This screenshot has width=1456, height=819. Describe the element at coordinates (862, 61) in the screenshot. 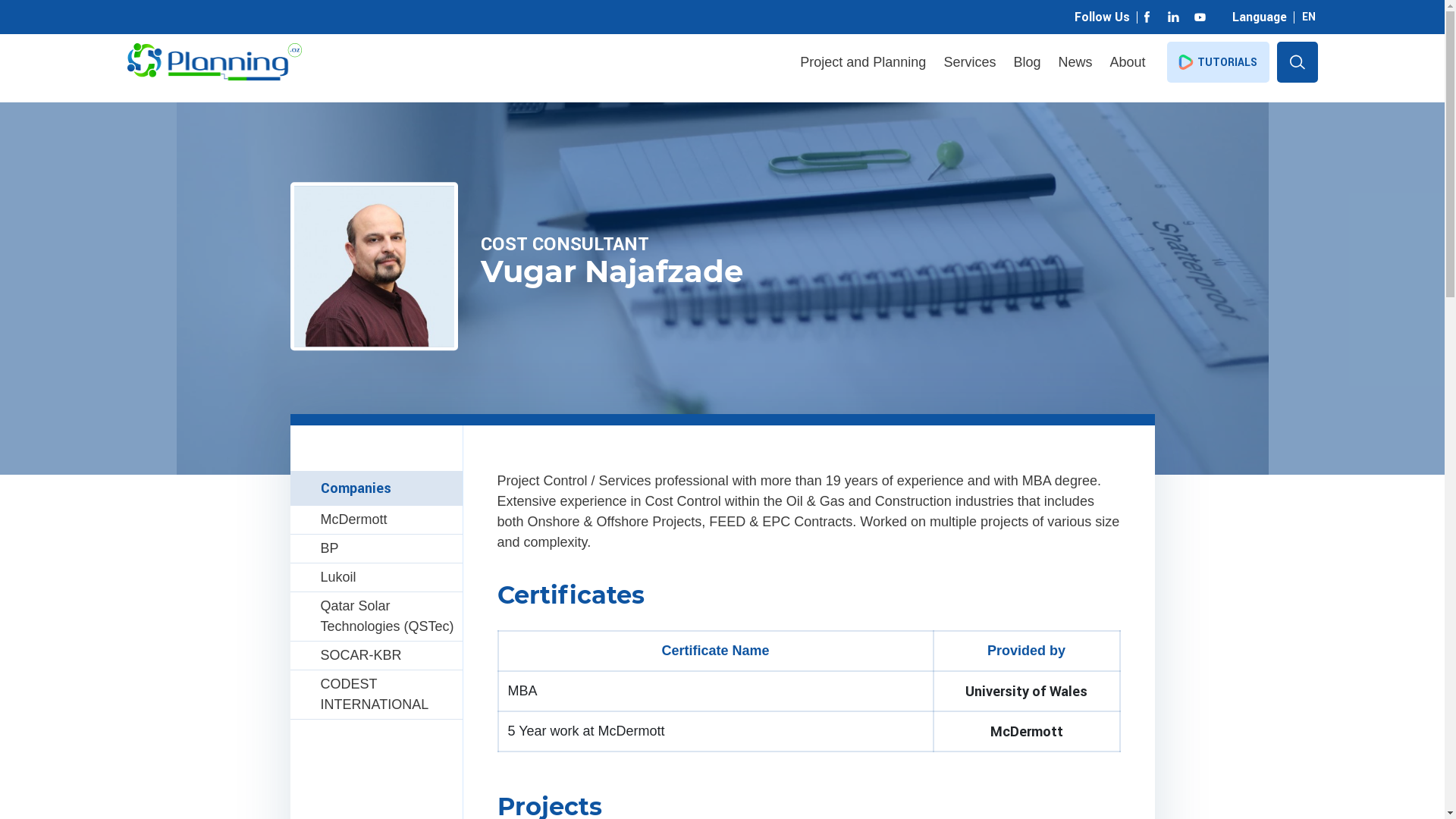

I see `'Project and Planning'` at that location.